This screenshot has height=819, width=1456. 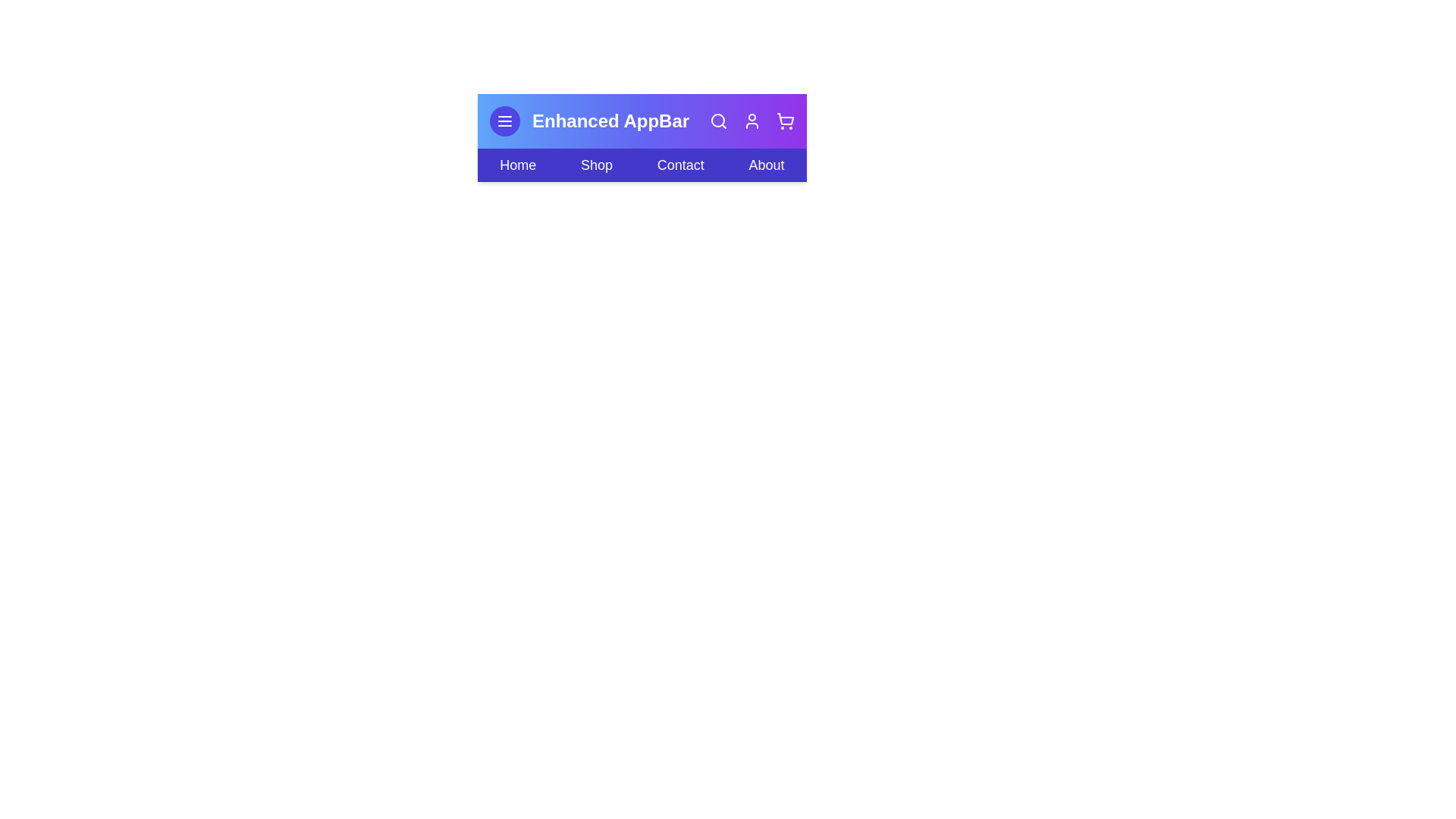 What do you see at coordinates (517, 165) in the screenshot?
I see `the Home navigation link` at bounding box center [517, 165].